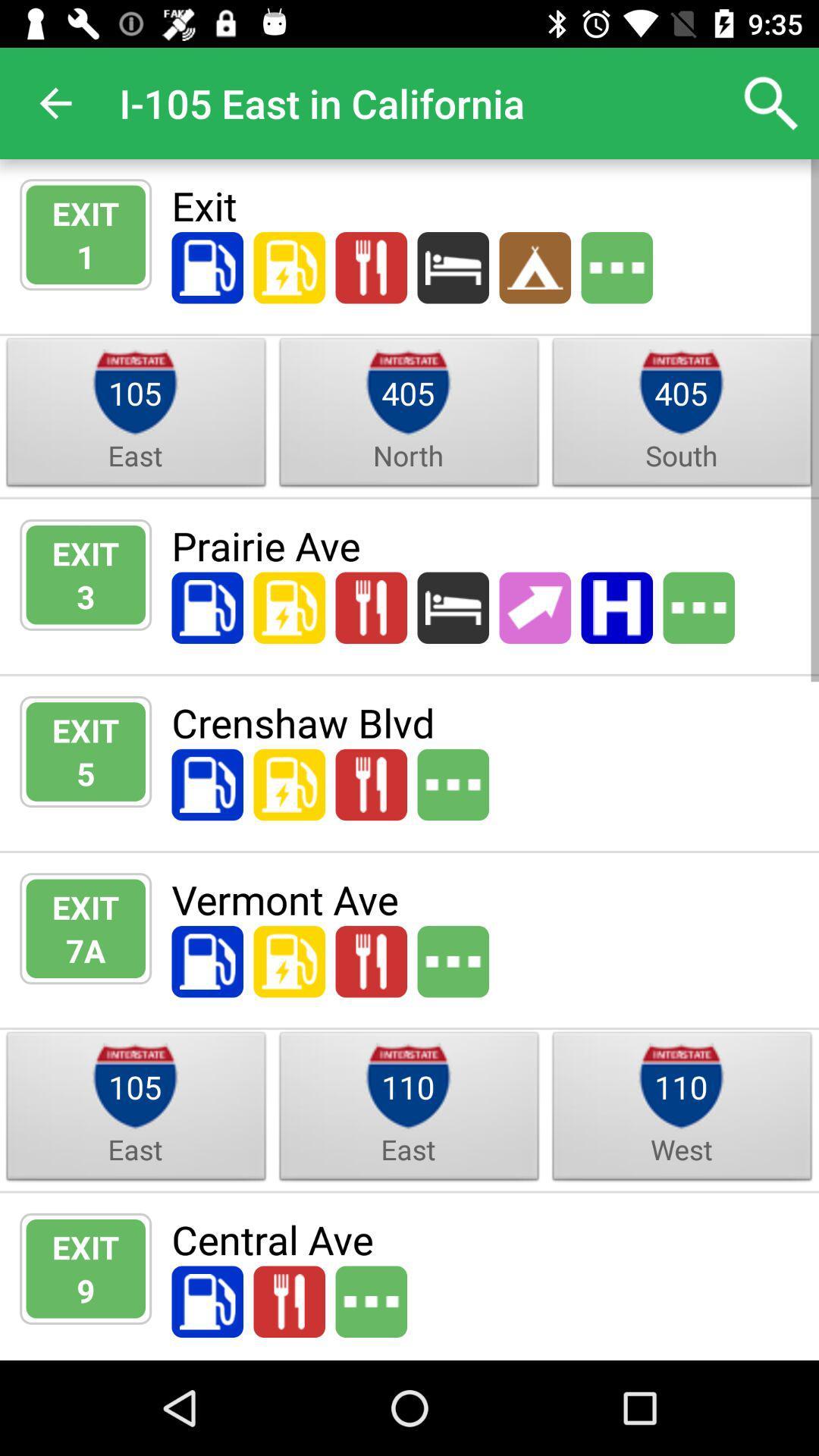 This screenshot has height=1456, width=819. What do you see at coordinates (55, 102) in the screenshot?
I see `the app next to i 105 east app` at bounding box center [55, 102].